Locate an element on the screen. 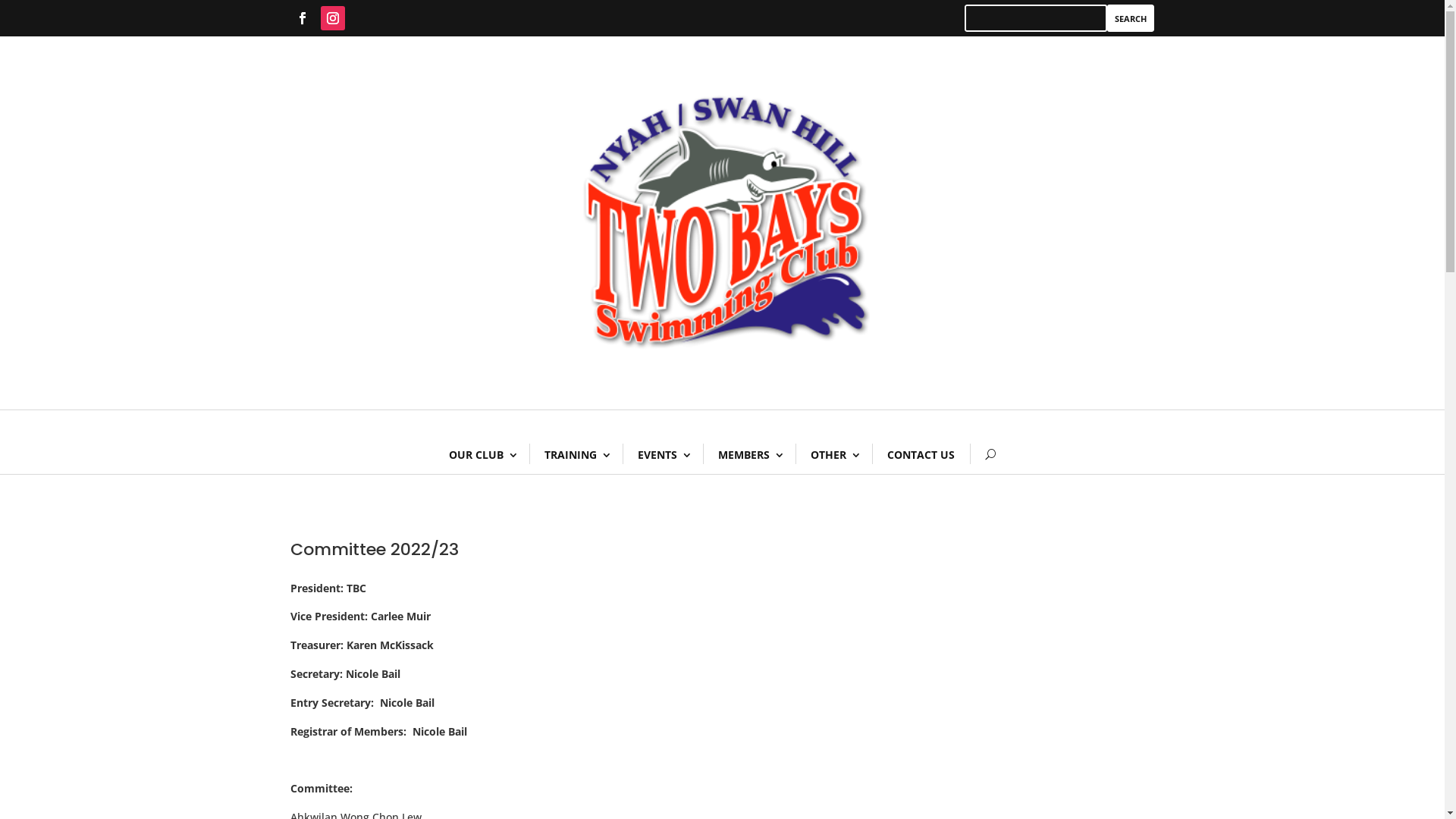  'Search' is located at coordinates (1106, 17).